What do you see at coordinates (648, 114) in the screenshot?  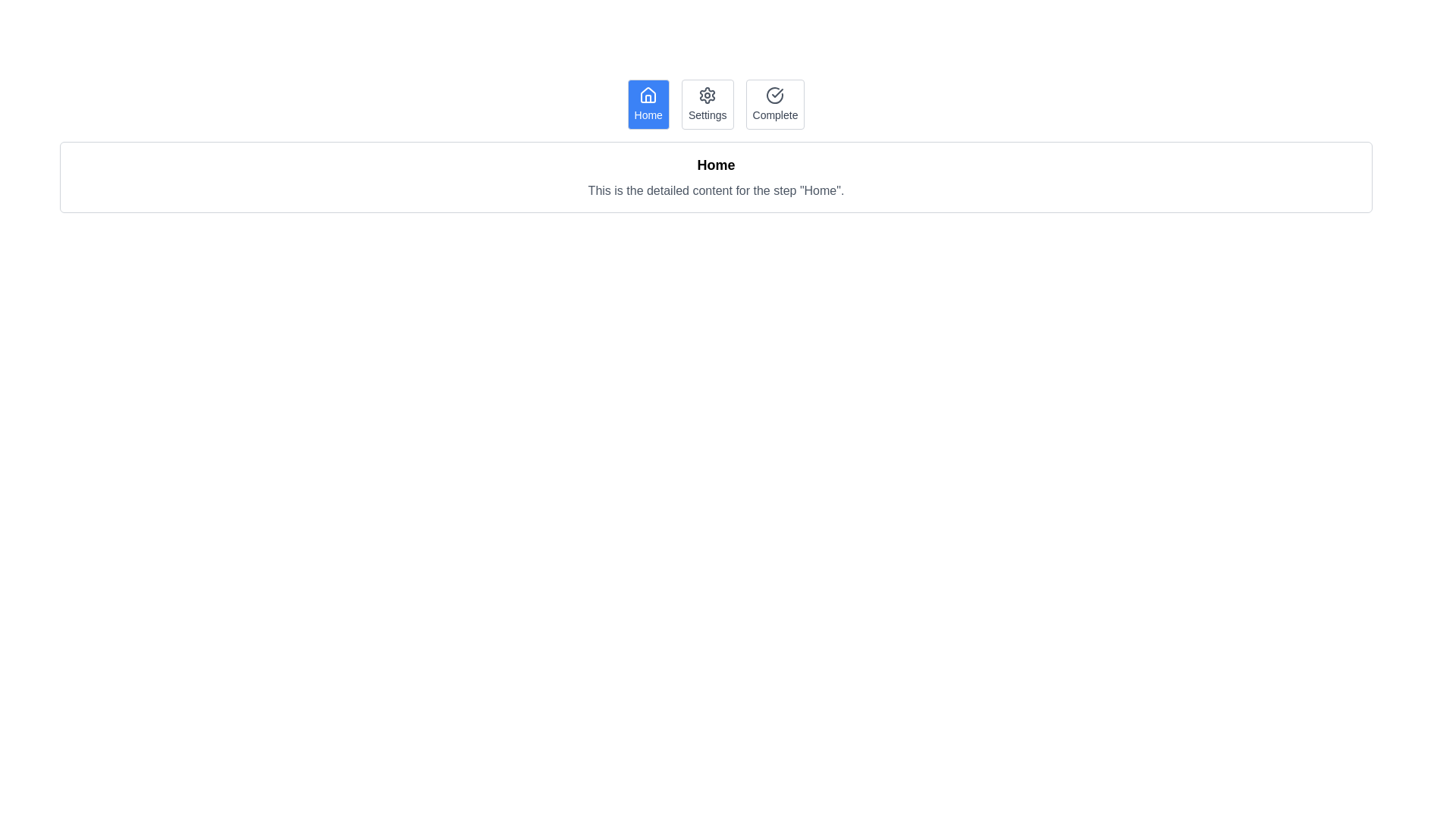 I see `the 'Home' static text label which is displayed in white on a blue rounded rectangular button, located in the bottom section of the navigation bar beneath a house icon` at bounding box center [648, 114].